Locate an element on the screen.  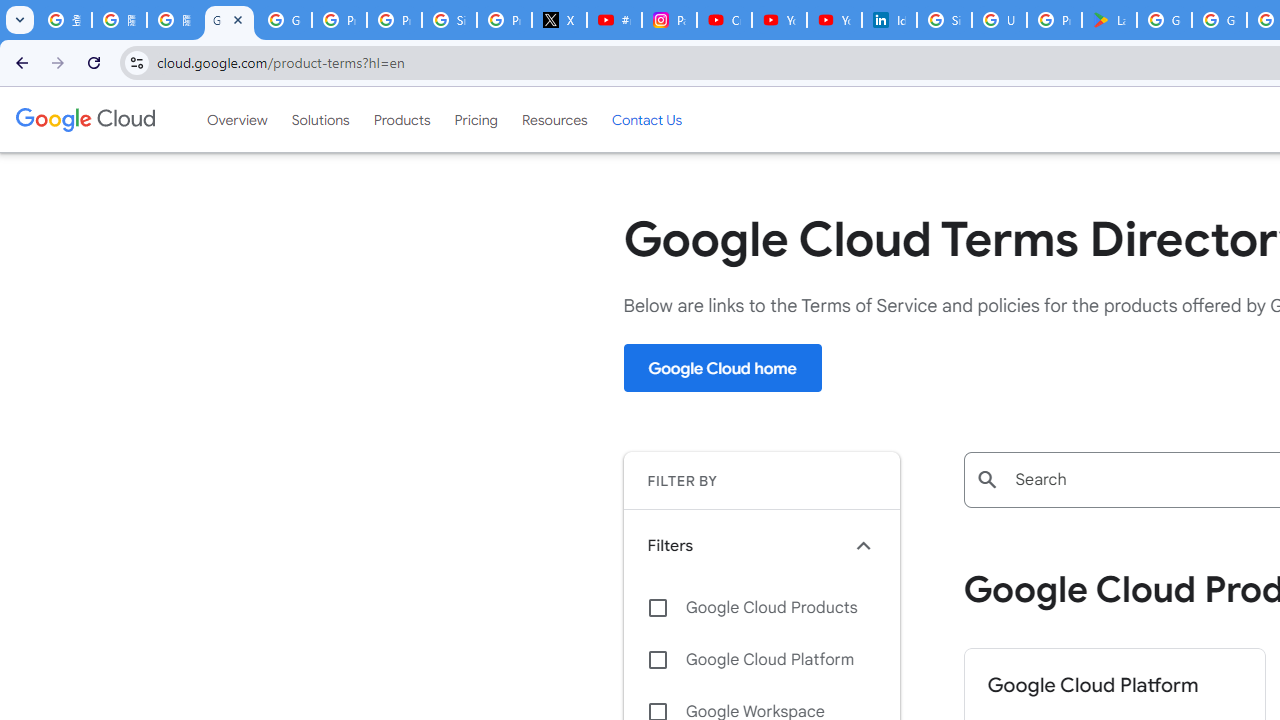
'Resources' is located at coordinates (554, 119).